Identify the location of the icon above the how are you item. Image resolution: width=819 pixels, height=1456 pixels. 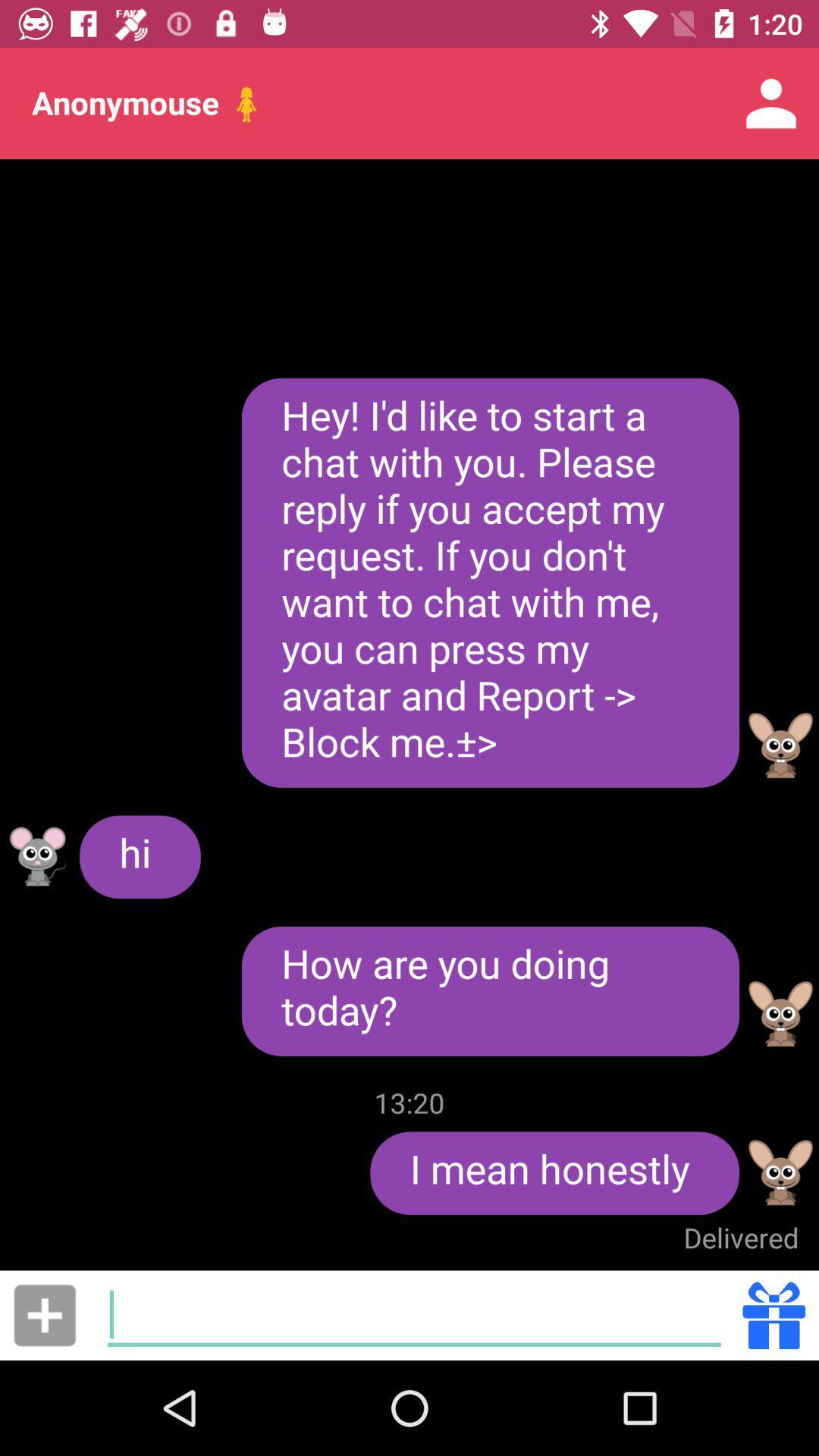
(490, 582).